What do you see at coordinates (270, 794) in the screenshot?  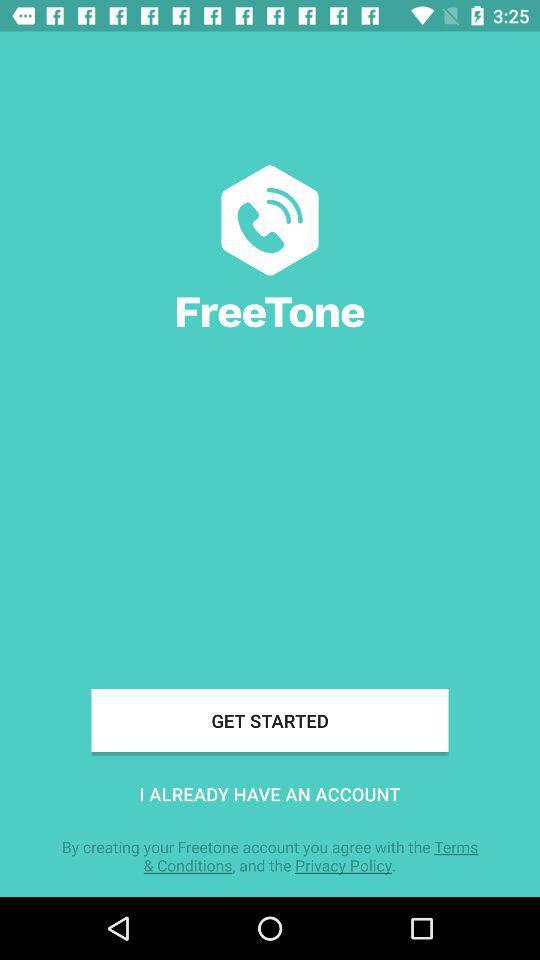 I see `item below the get started icon` at bounding box center [270, 794].